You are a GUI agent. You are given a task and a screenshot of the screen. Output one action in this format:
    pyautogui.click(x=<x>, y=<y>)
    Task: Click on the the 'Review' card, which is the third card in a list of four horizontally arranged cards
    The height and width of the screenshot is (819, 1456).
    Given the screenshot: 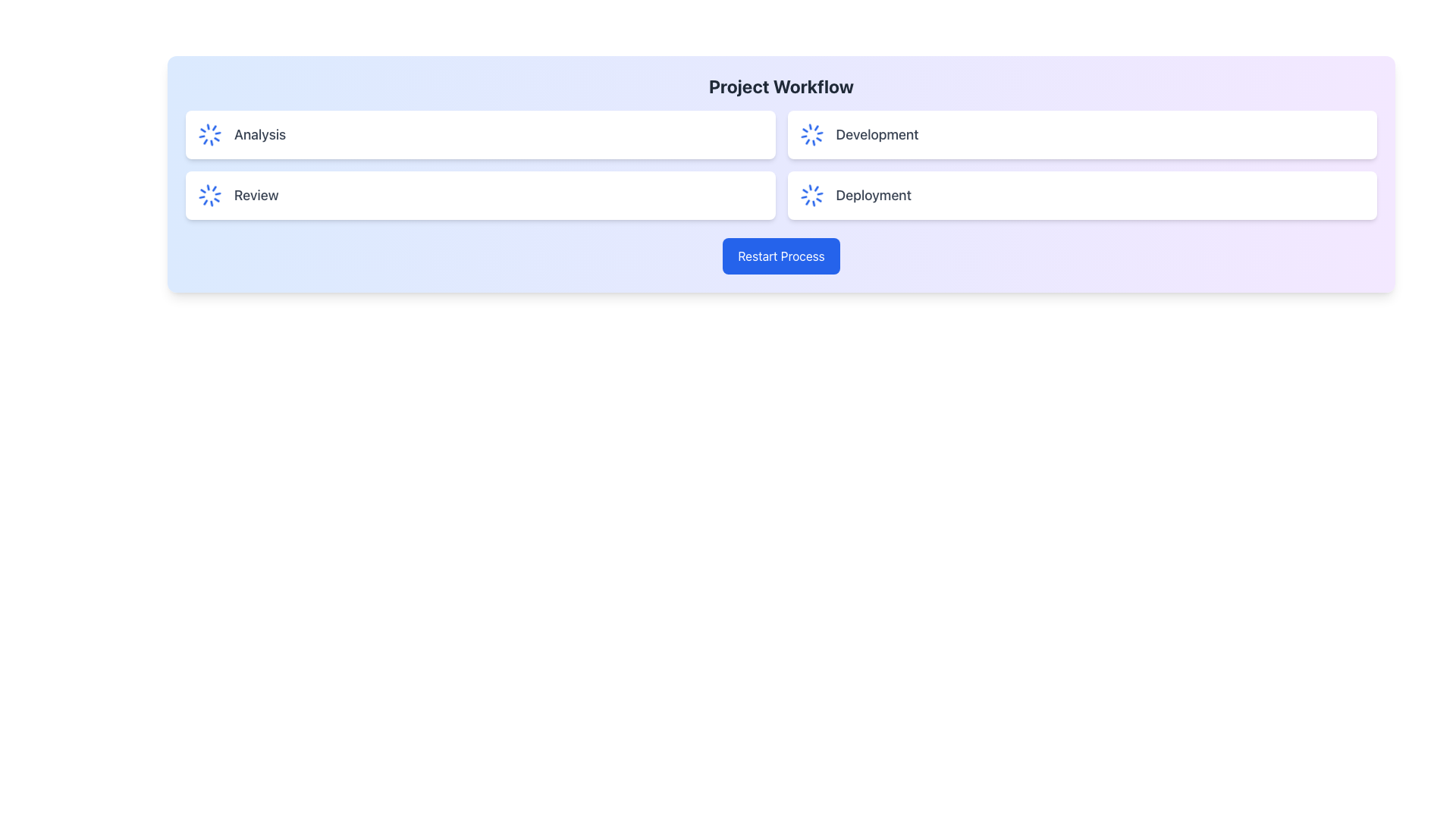 What is the action you would take?
    pyautogui.click(x=479, y=195)
    